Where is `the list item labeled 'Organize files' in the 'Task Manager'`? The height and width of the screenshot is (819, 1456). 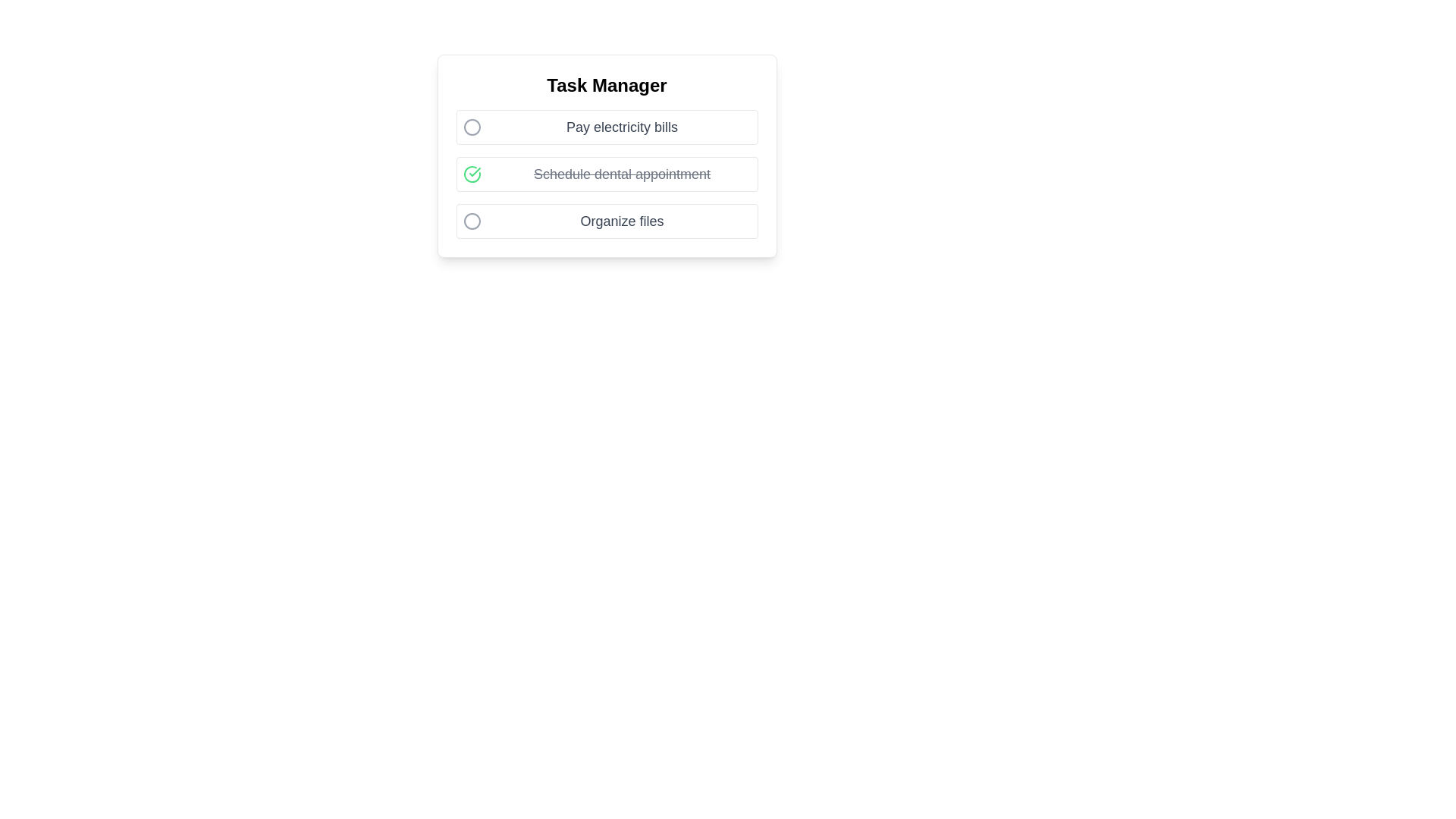
the list item labeled 'Organize files' in the 'Task Manager' is located at coordinates (607, 221).